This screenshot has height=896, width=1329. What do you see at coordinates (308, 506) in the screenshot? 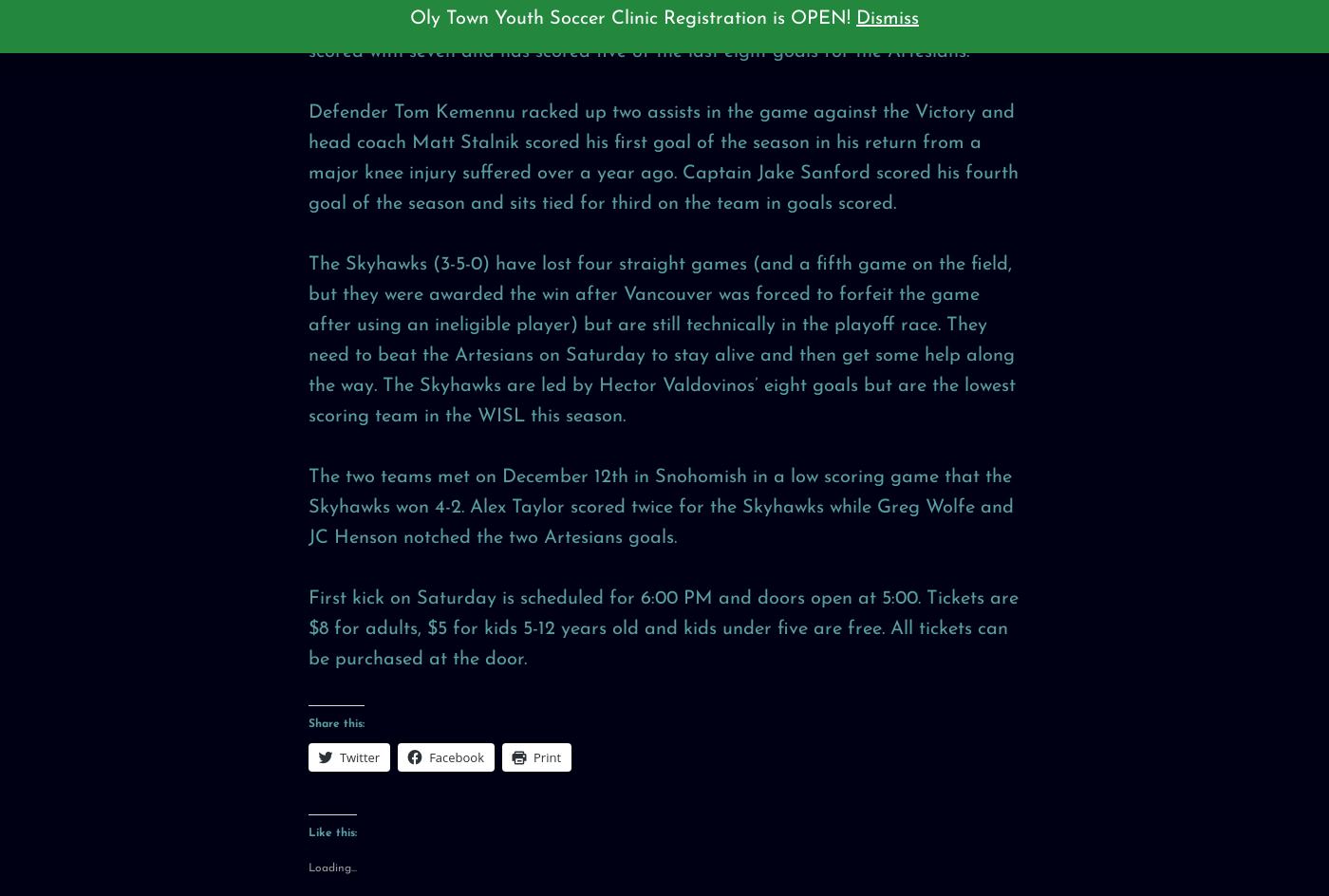
I see `'The two teams met on December 12th in Snohomish in a low scoring game that the Skyhawks won 4-2. Alex Taylor scored twice for the Skyhawks while Greg Wolfe and JC Henson notched the two Artesians goals.'` at bounding box center [308, 506].